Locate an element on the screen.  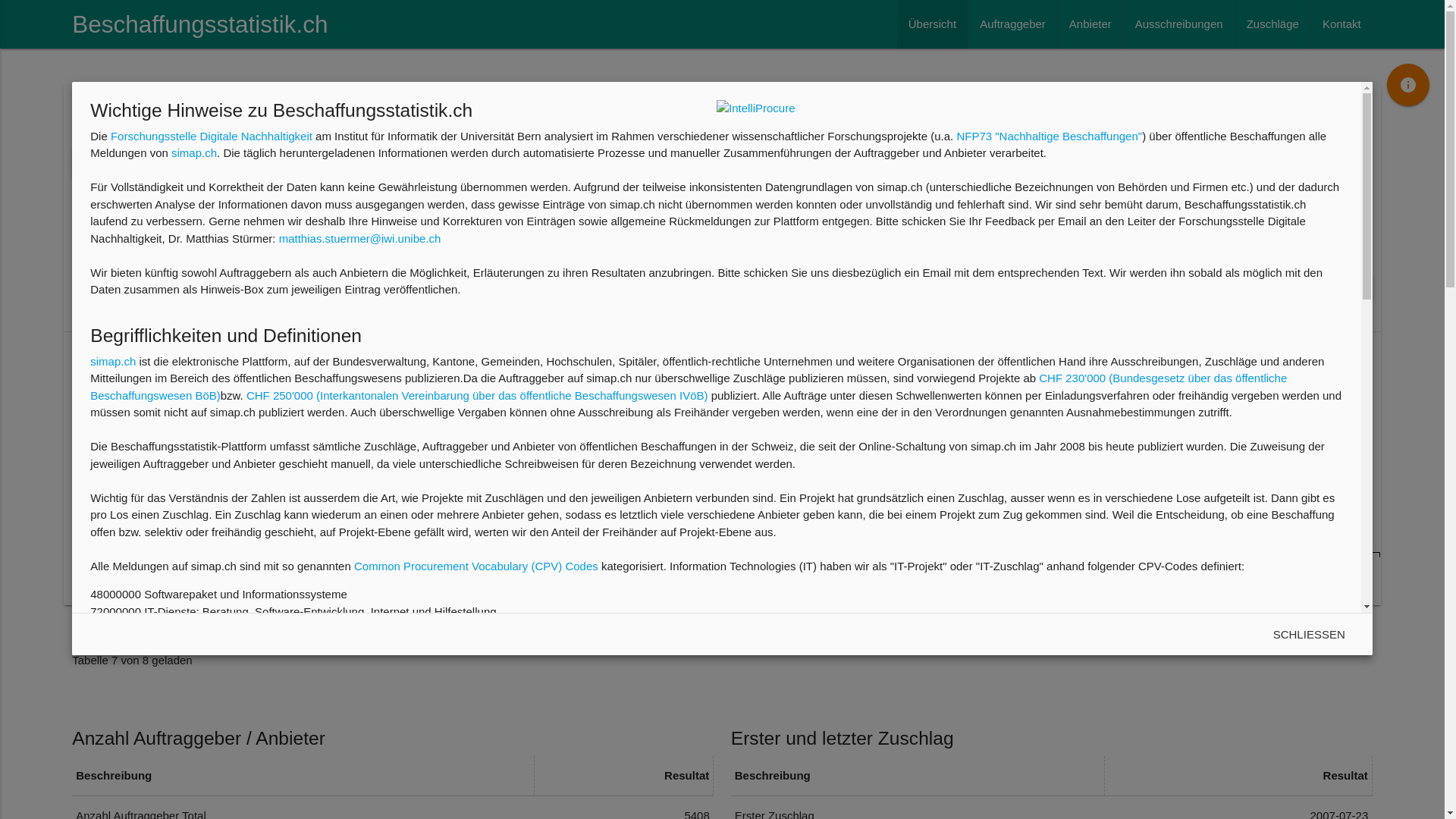
'Forschungsstelle Digitale Nachhaltigkeit' is located at coordinates (109, 135).